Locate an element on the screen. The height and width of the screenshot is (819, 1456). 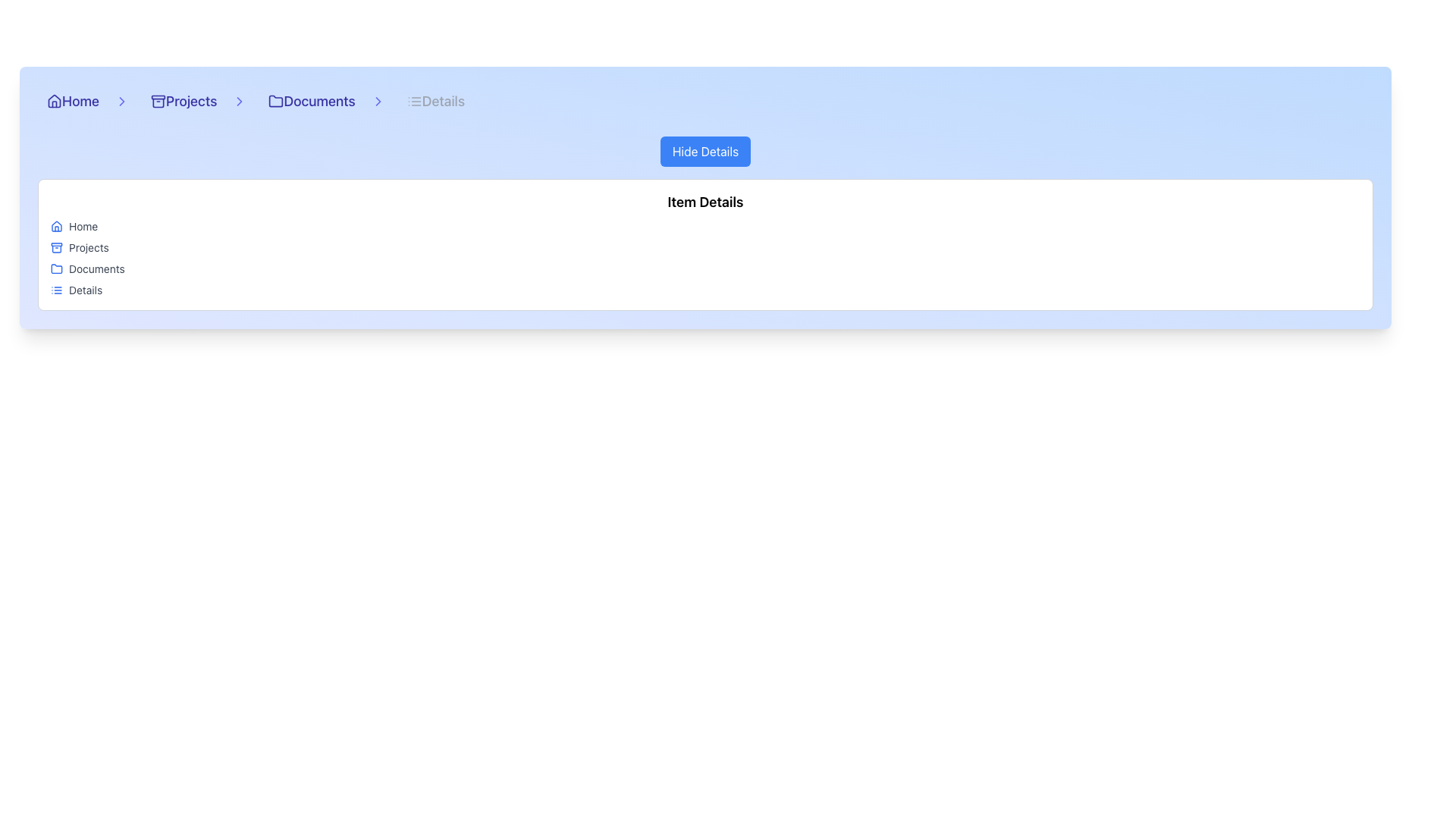
the 'Documents' navigation item in the breadcrumb navigation bar is located at coordinates (322, 102).